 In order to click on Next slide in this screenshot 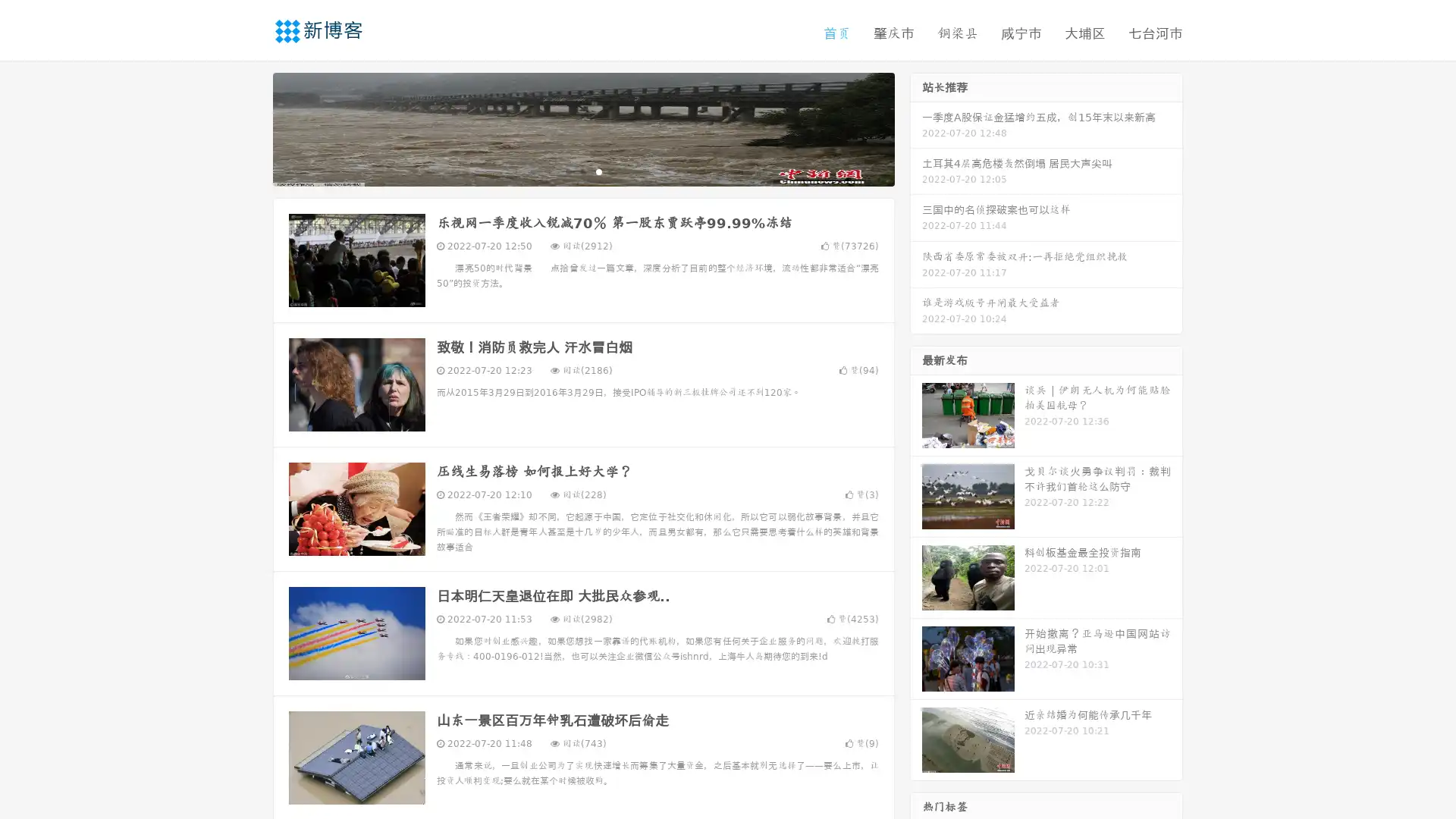, I will do `click(916, 127)`.